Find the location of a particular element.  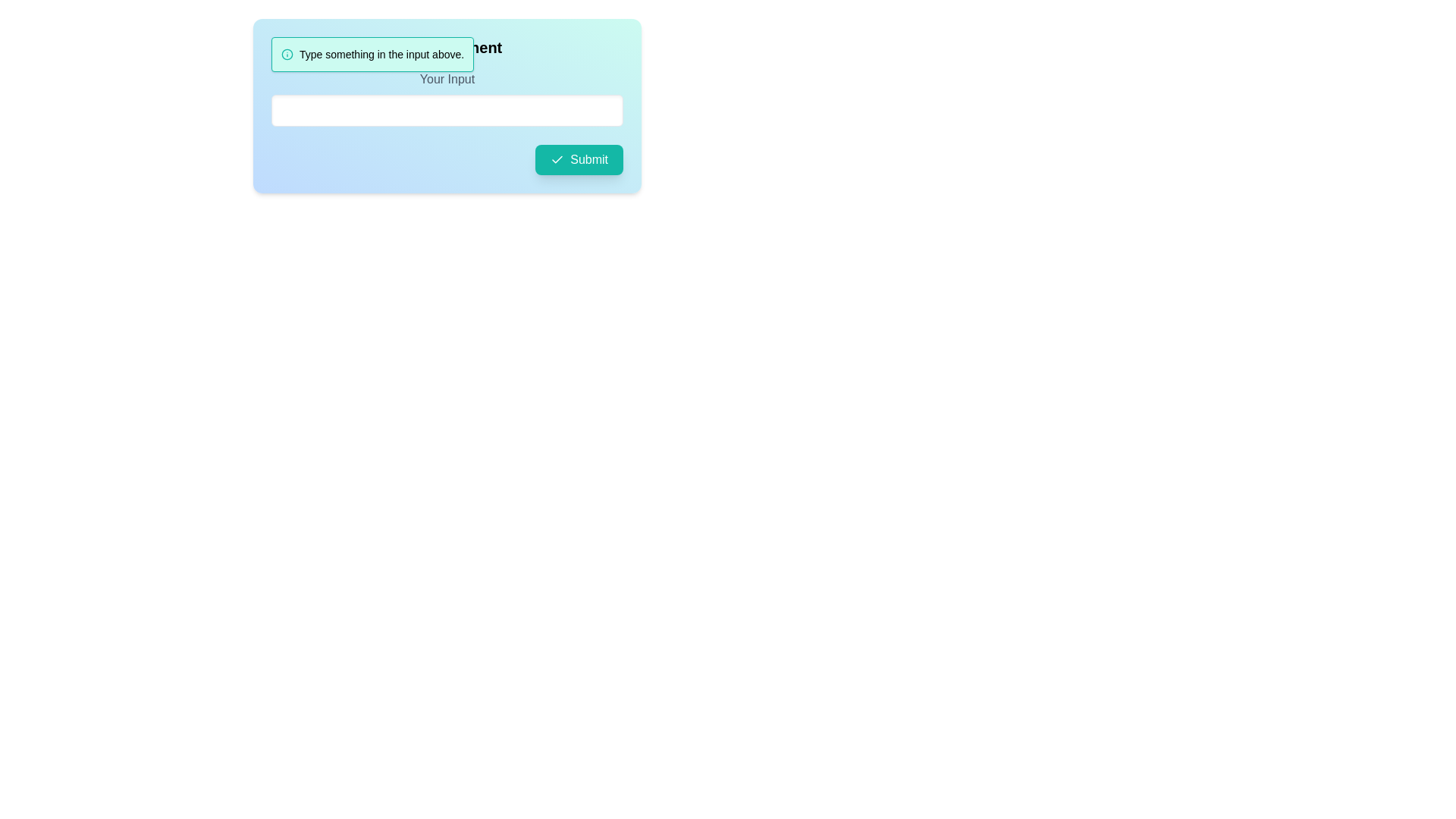

SVG icon located within the 'Submit' button, which visually indicates confirmation and is positioned to the left of the 'Submit' text is located at coordinates (557, 160).